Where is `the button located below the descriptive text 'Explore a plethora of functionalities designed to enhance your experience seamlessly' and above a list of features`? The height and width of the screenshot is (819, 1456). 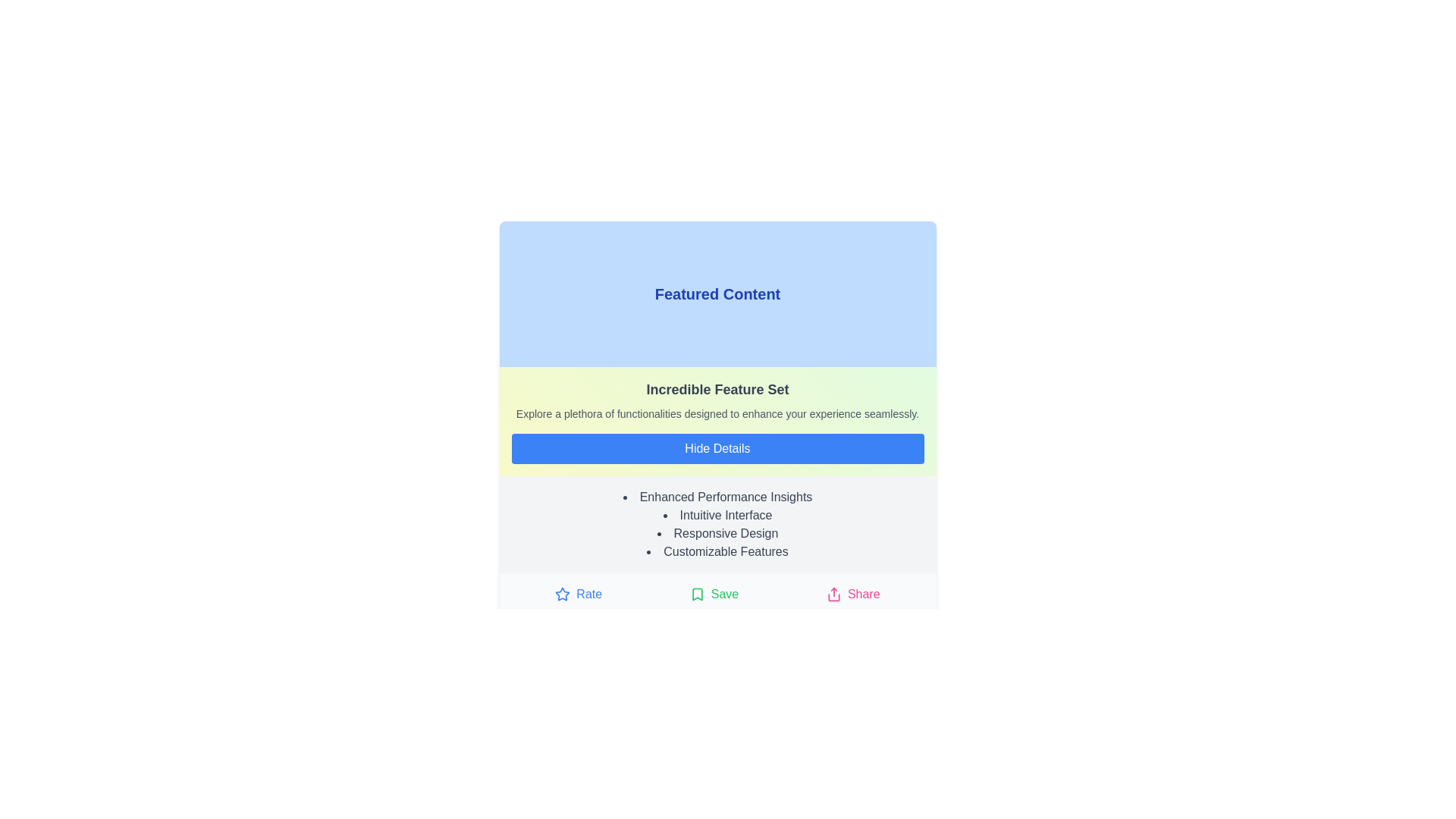 the button located below the descriptive text 'Explore a plethora of functionalities designed to enhance your experience seamlessly' and above a list of features is located at coordinates (717, 447).